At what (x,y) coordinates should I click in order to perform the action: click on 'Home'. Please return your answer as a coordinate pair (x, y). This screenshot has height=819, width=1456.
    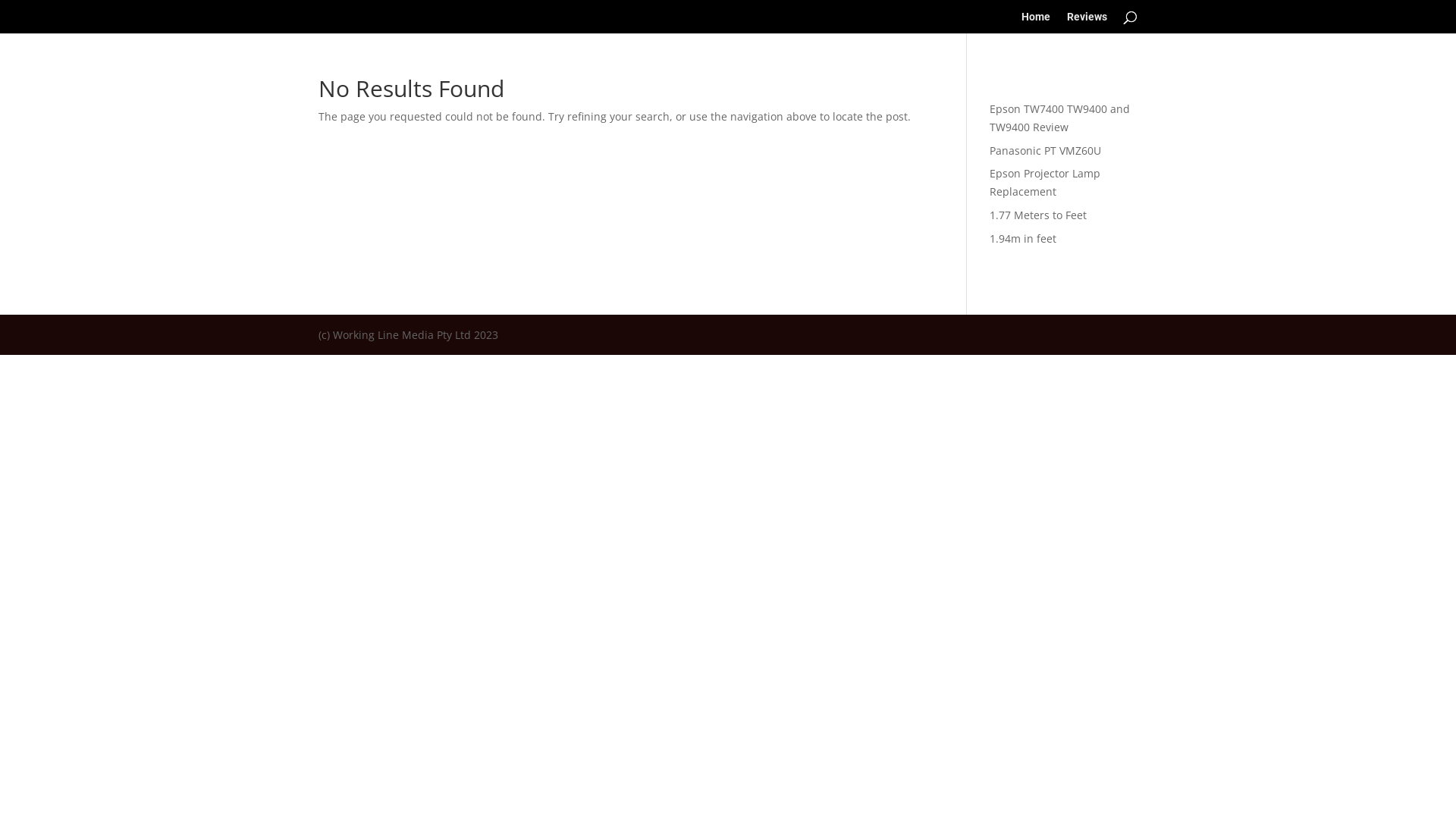
    Looking at the image, I should click on (1021, 22).